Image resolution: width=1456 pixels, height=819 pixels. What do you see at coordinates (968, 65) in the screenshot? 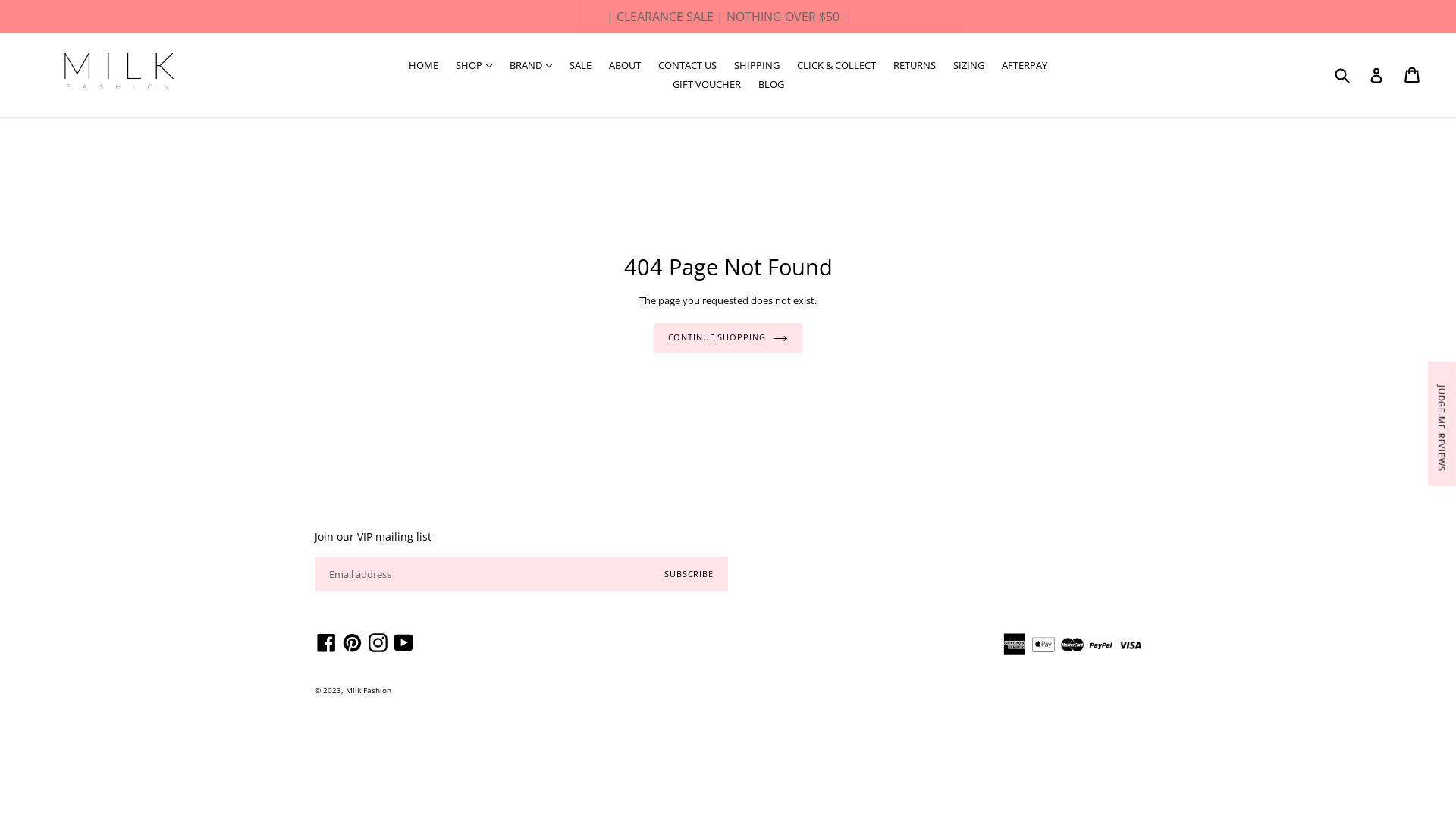
I see `'SIZING'` at bounding box center [968, 65].